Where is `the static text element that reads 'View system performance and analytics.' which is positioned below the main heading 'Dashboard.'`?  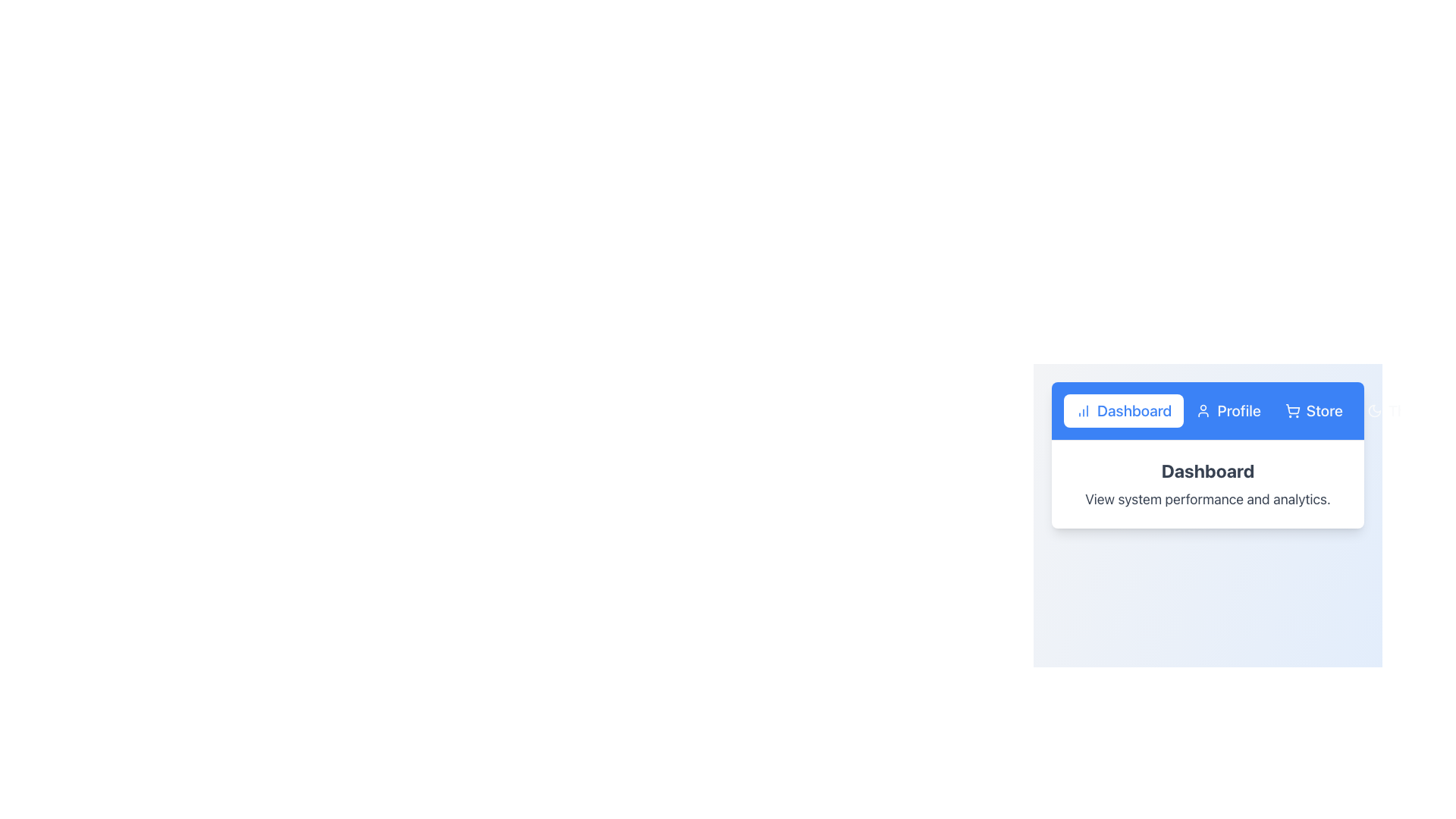
the static text element that reads 'View system performance and analytics.' which is positioned below the main heading 'Dashboard.' is located at coordinates (1207, 500).